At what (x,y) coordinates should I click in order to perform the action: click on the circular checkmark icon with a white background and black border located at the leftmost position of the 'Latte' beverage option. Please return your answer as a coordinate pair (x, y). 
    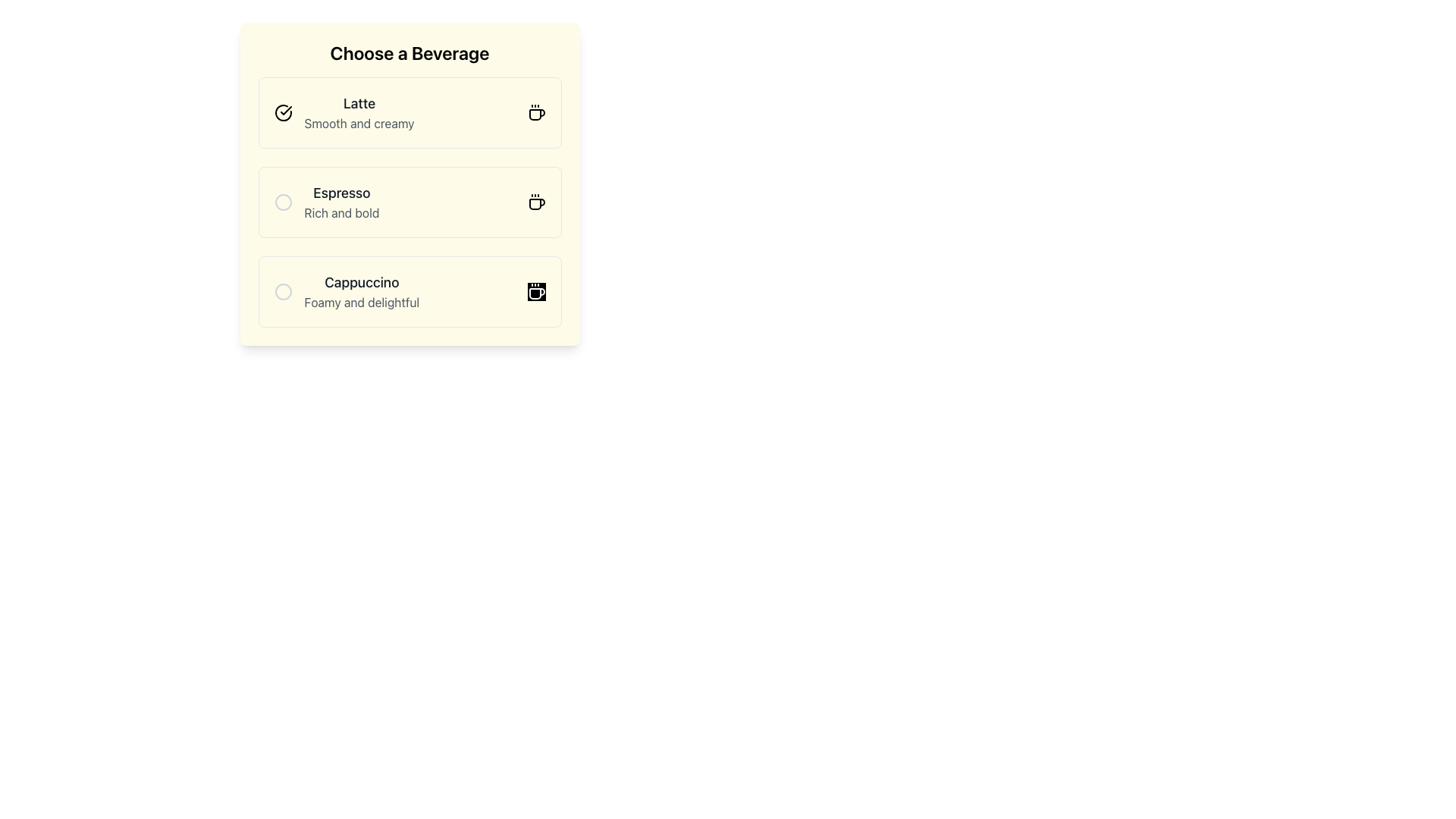
    Looking at the image, I should click on (283, 112).